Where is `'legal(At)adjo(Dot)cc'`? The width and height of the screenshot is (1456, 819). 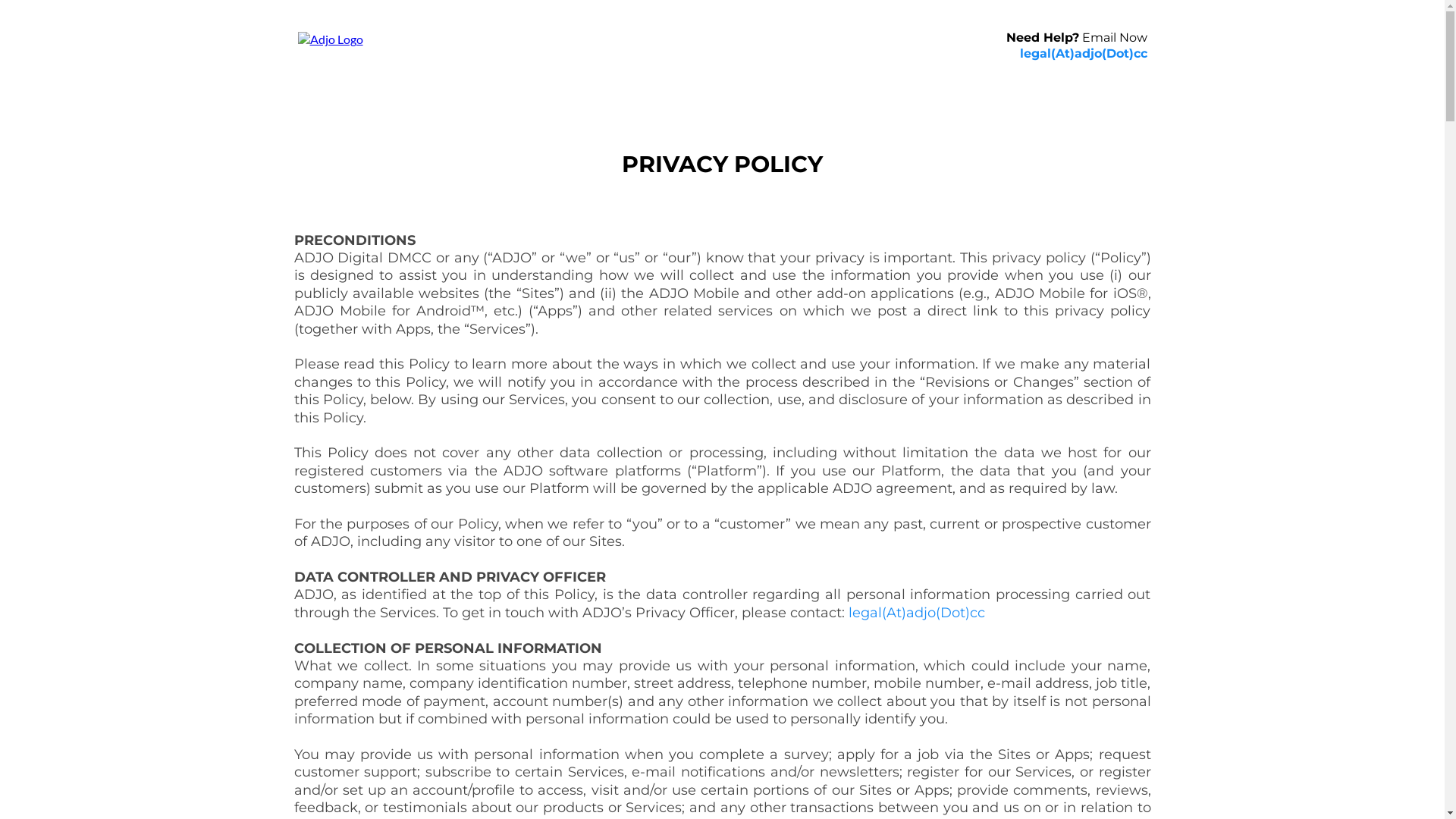
'legal(At)adjo(Dot)cc' is located at coordinates (1019, 52).